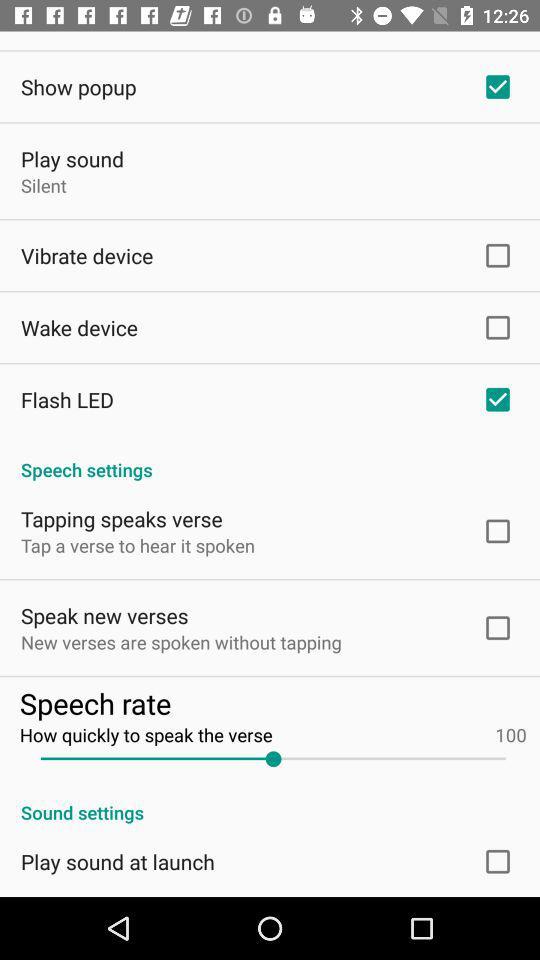 The height and width of the screenshot is (960, 540). What do you see at coordinates (86, 254) in the screenshot?
I see `the app above wake device` at bounding box center [86, 254].